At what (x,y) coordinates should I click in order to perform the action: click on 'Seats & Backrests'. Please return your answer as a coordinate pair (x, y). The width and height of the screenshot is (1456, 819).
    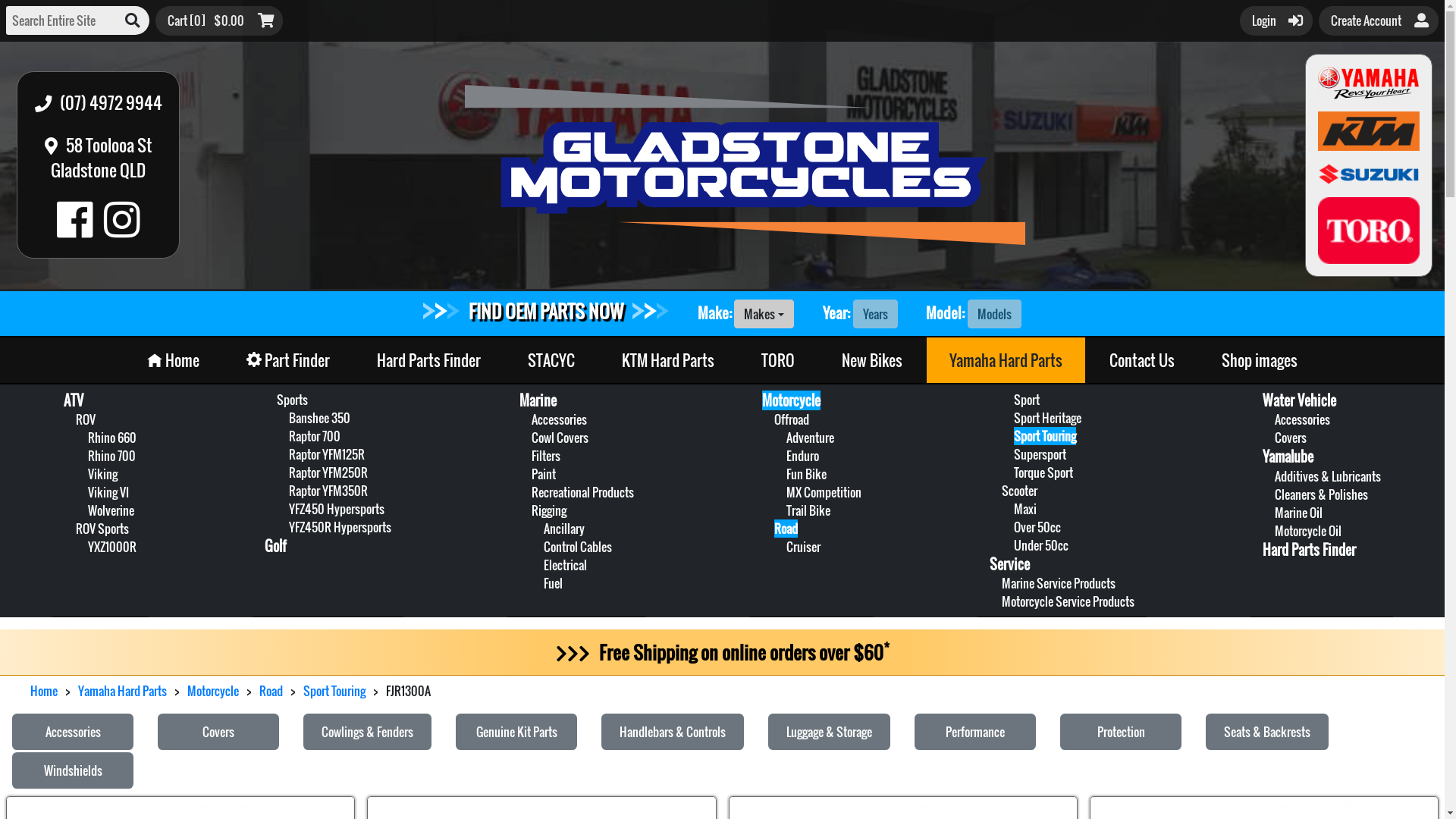
    Looking at the image, I should click on (1204, 730).